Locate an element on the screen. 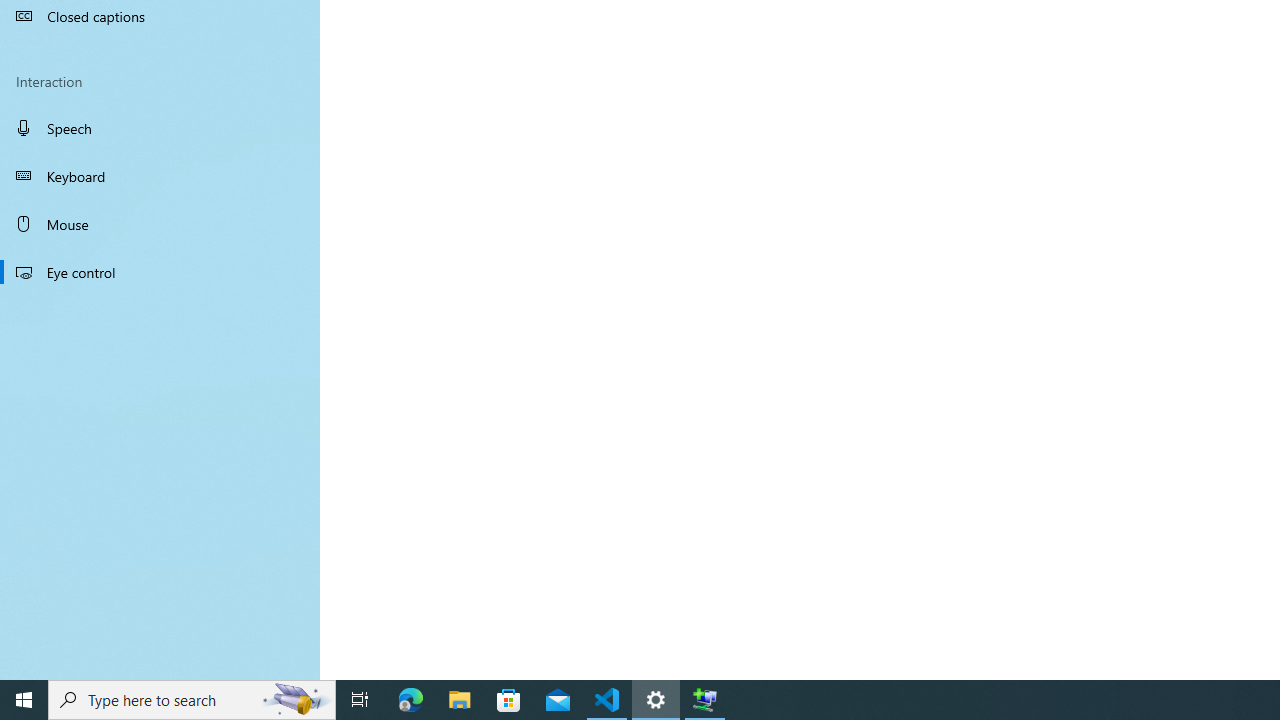  'Extensible Wizards Host Process - 1 running window' is located at coordinates (705, 698).